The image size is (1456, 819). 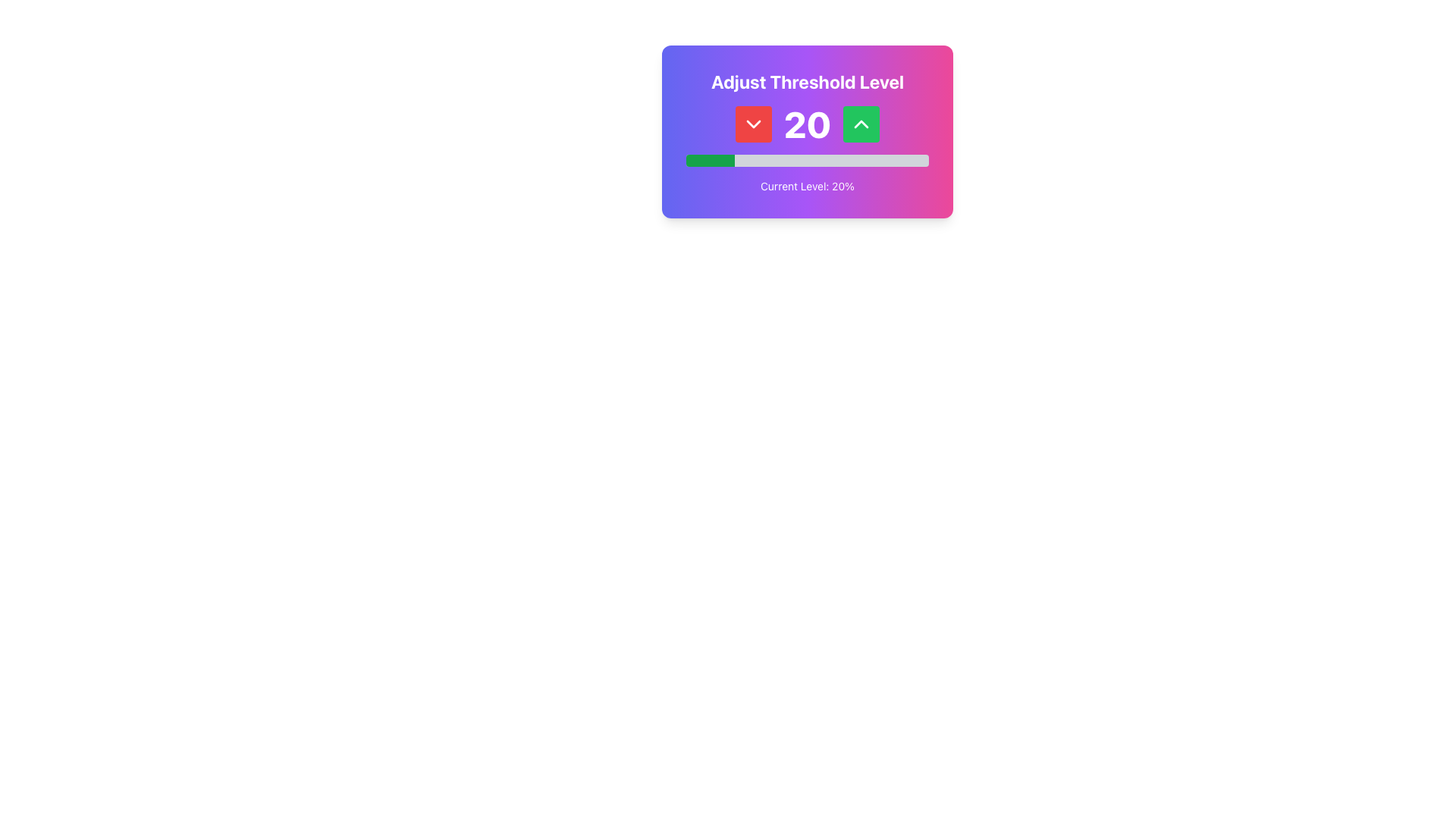 What do you see at coordinates (807, 186) in the screenshot?
I see `the text label displaying 'Current Level: 20%' located at the bottom part of the card with a gradient background, situated below a progress bar` at bounding box center [807, 186].